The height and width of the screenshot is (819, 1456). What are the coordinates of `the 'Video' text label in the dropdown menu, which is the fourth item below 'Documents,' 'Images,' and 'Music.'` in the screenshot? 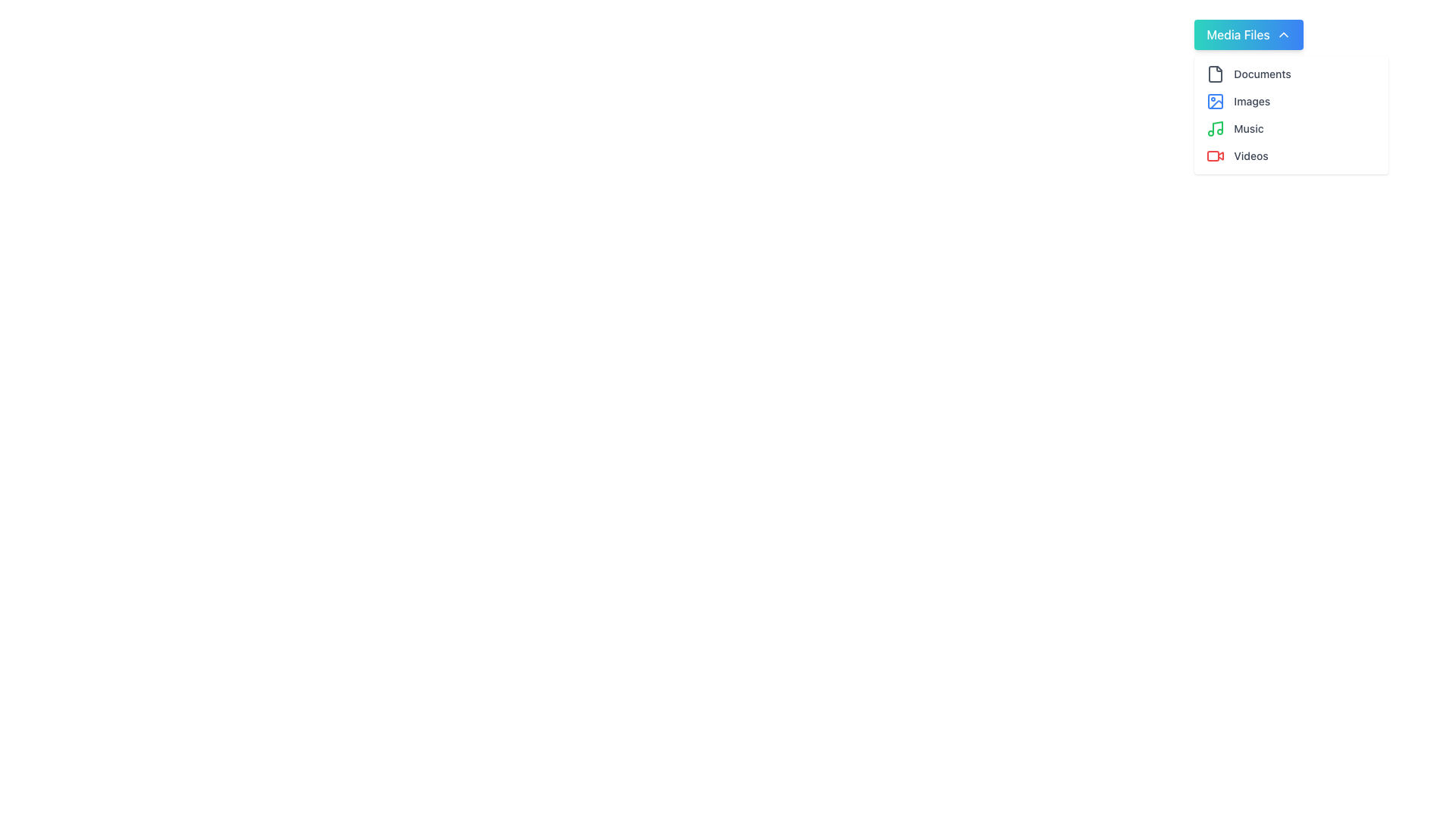 It's located at (1251, 155).